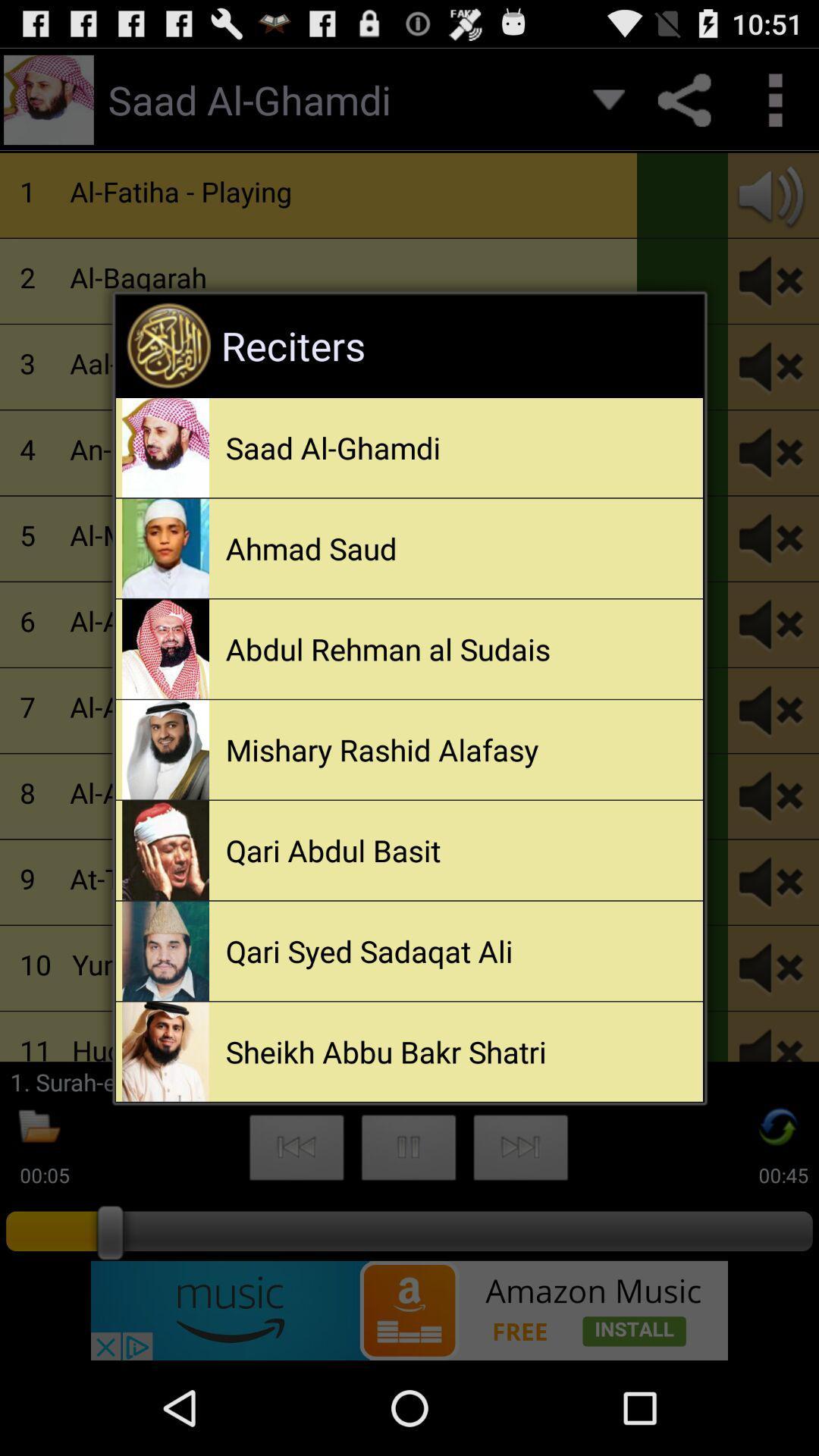 The width and height of the screenshot is (819, 1456). What do you see at coordinates (39, 1210) in the screenshot?
I see `the folder icon` at bounding box center [39, 1210].